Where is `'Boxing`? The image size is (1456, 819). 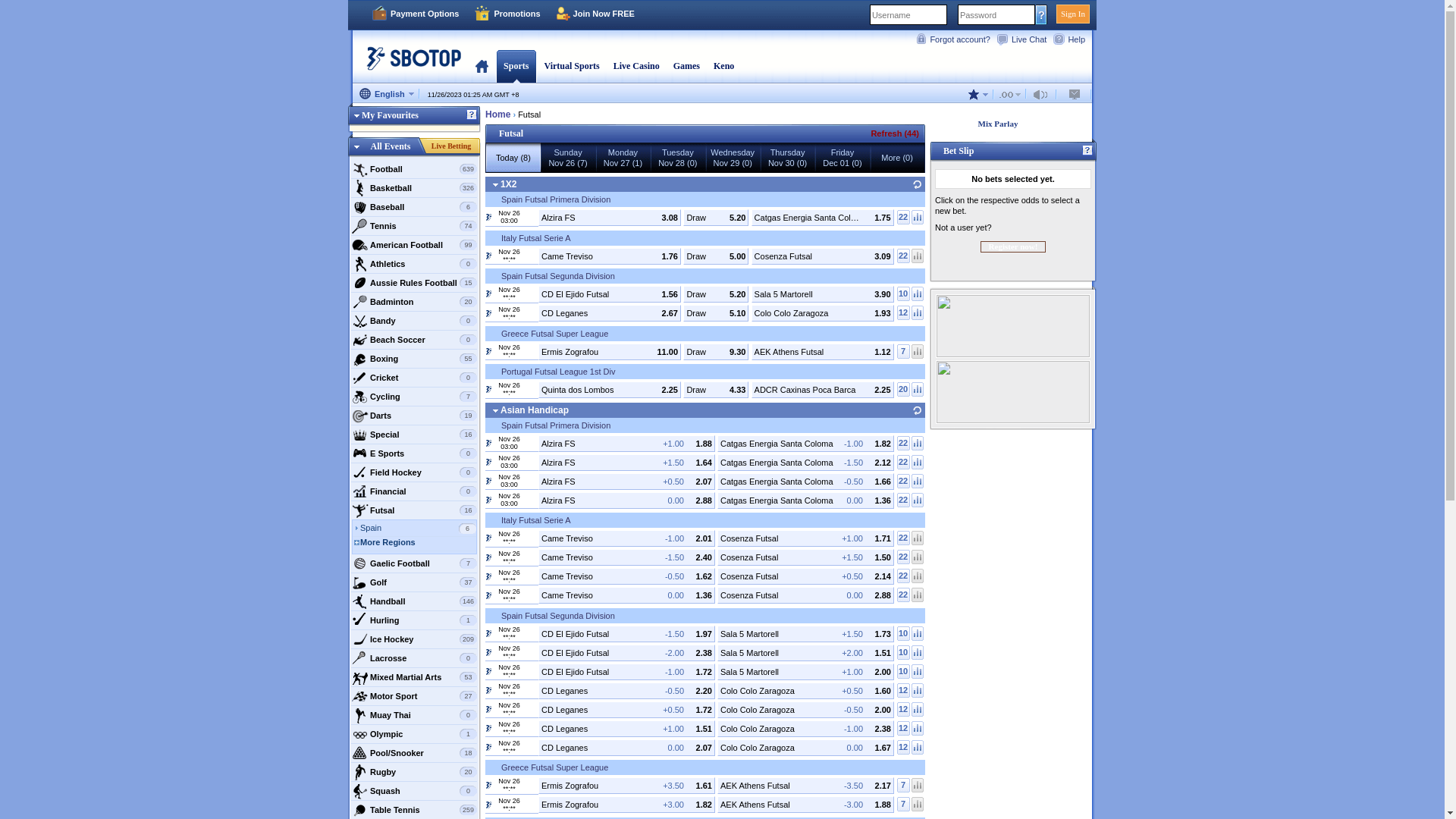 'Boxing is located at coordinates (414, 359).